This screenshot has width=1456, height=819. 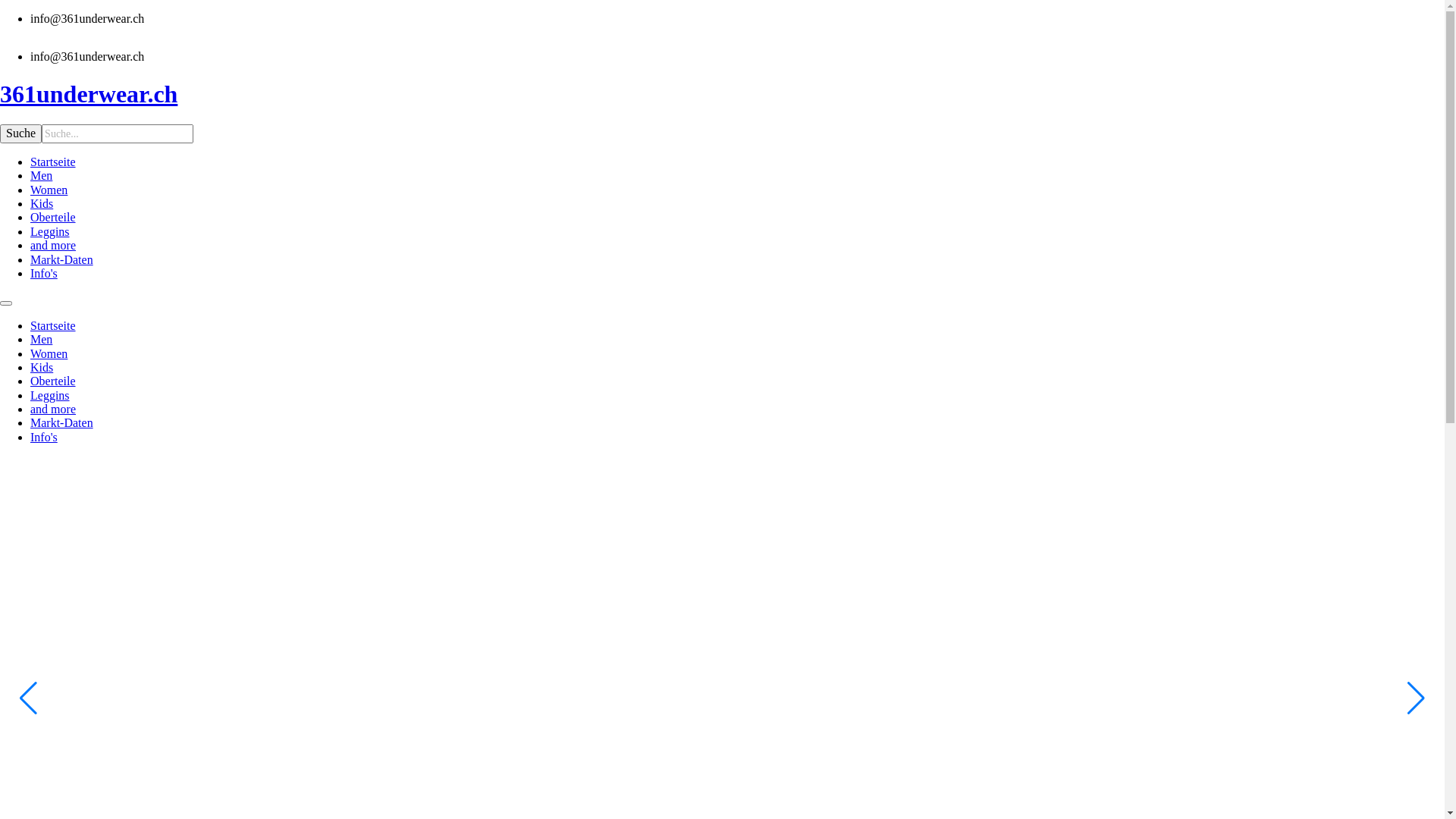 What do you see at coordinates (721, 94) in the screenshot?
I see `'361underwear.ch'` at bounding box center [721, 94].